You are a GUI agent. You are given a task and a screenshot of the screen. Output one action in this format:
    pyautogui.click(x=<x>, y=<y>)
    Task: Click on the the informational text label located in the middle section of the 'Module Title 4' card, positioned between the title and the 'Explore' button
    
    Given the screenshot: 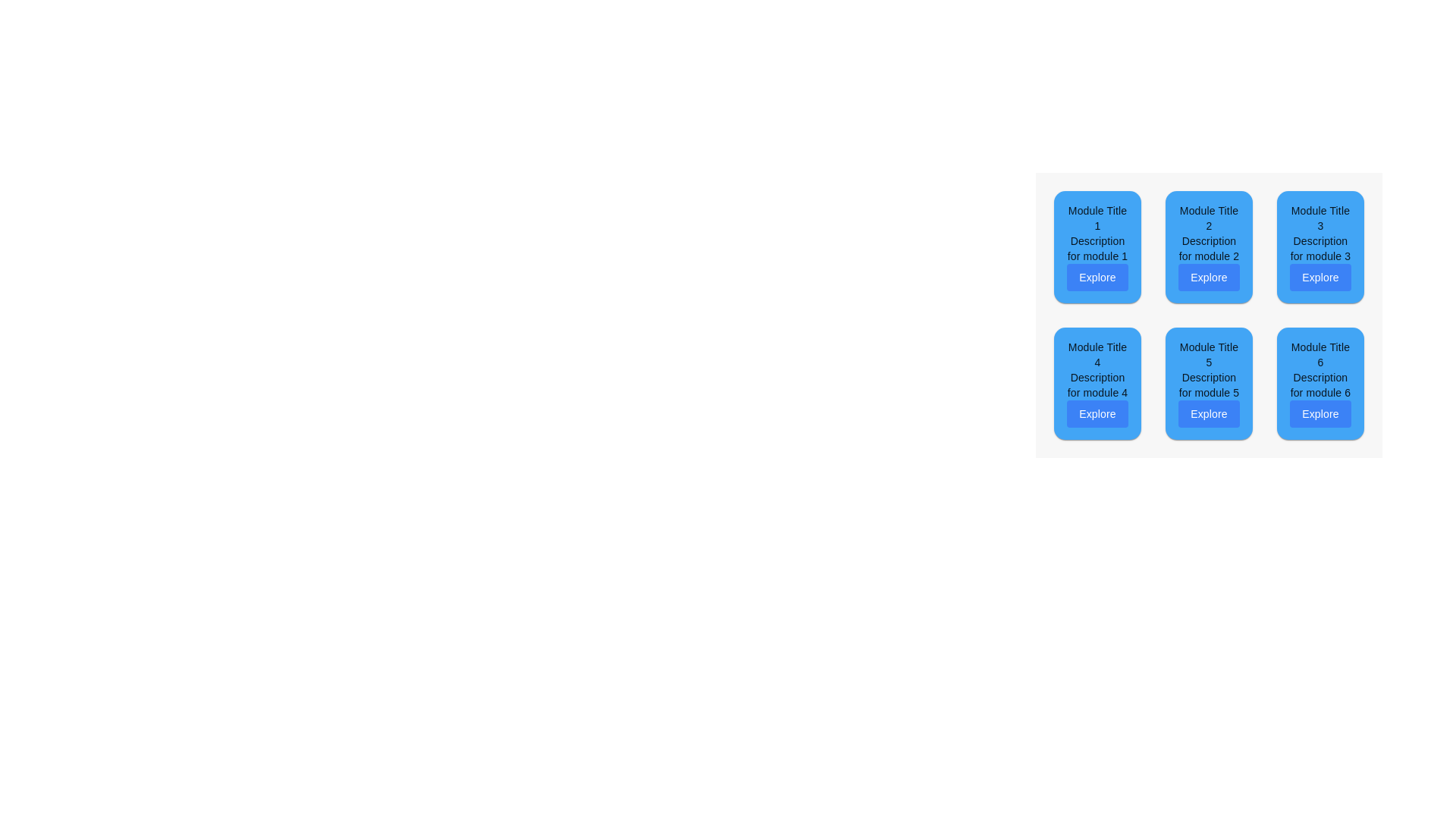 What is the action you would take?
    pyautogui.click(x=1097, y=384)
    